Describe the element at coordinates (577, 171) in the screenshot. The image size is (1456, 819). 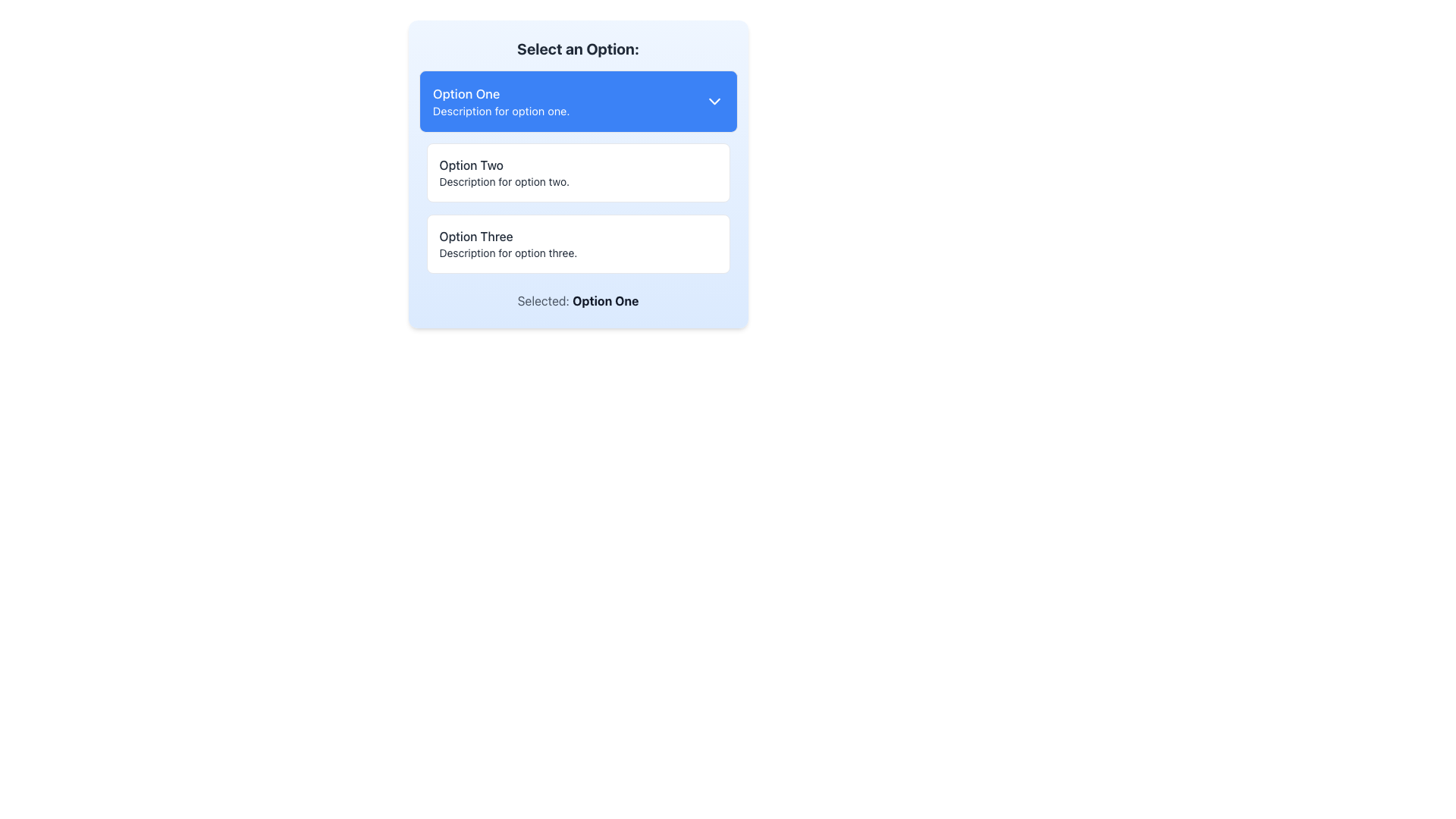
I see `the second option in the selectable list item` at that location.